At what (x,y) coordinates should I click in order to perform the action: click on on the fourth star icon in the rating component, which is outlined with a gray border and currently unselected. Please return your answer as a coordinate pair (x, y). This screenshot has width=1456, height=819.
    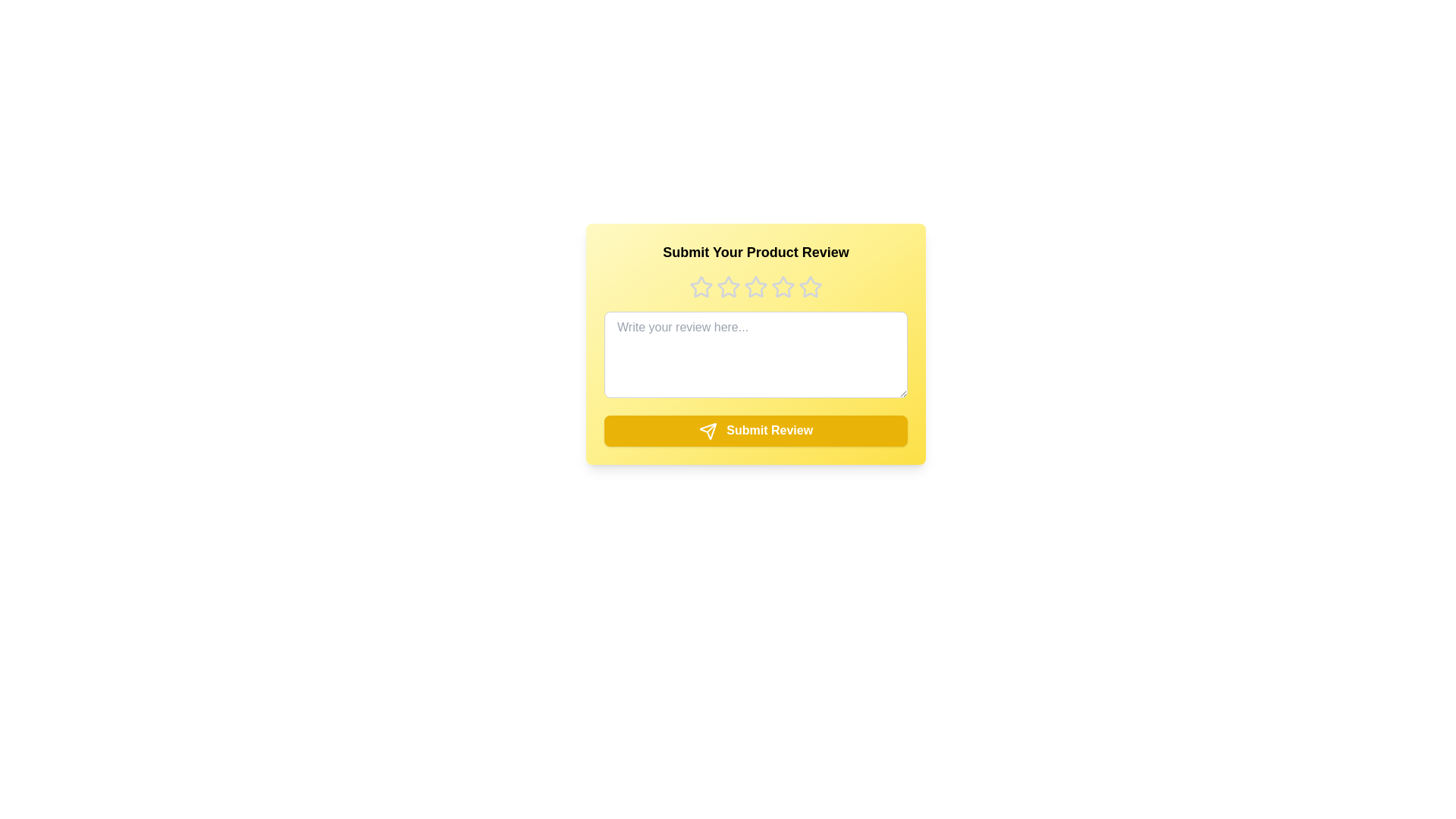
    Looking at the image, I should click on (756, 287).